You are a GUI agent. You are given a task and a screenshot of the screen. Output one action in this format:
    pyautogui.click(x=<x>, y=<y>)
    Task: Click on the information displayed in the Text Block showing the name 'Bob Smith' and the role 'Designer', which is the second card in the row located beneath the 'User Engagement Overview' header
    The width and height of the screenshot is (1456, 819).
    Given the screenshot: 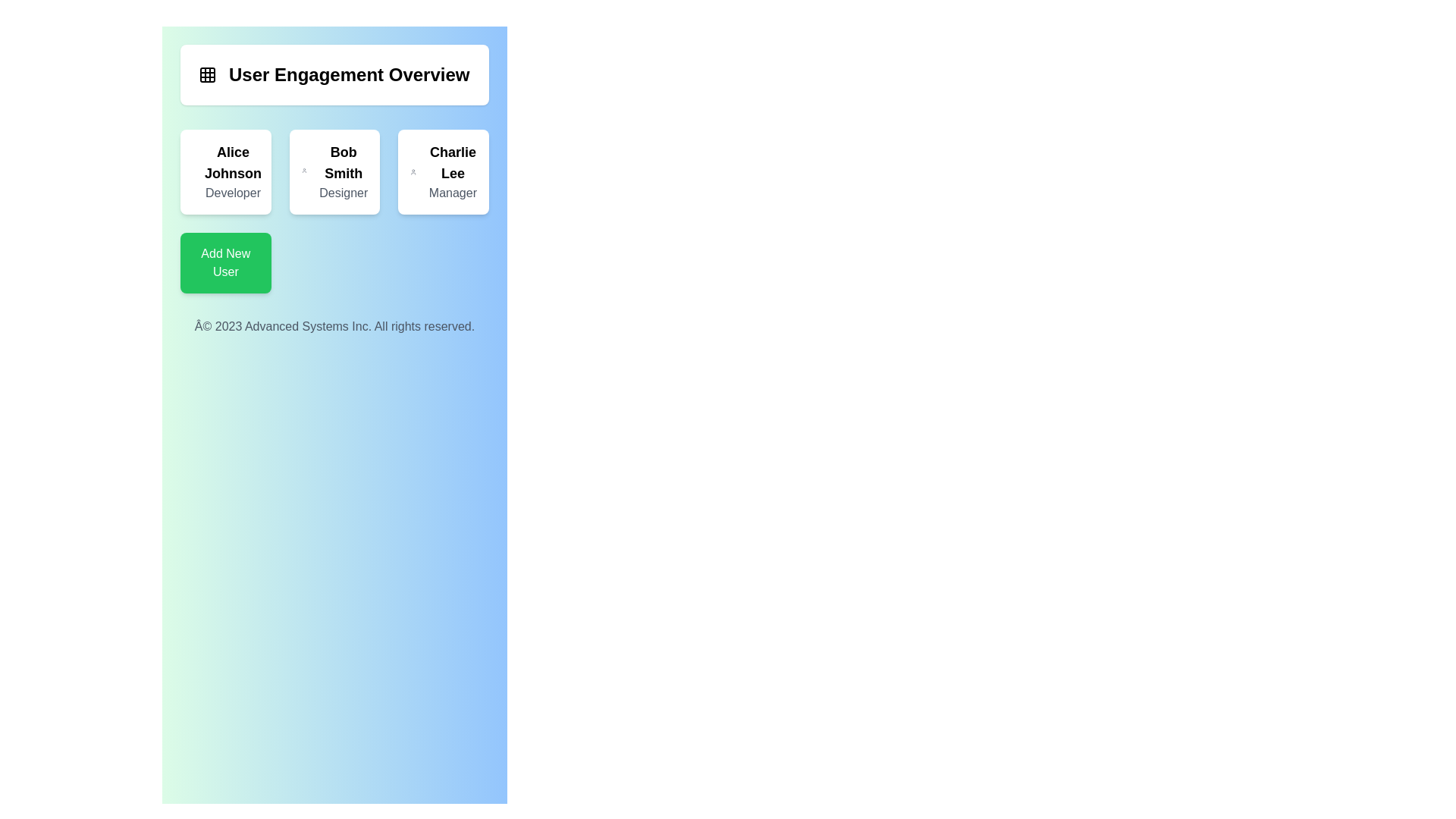 What is the action you would take?
    pyautogui.click(x=343, y=171)
    